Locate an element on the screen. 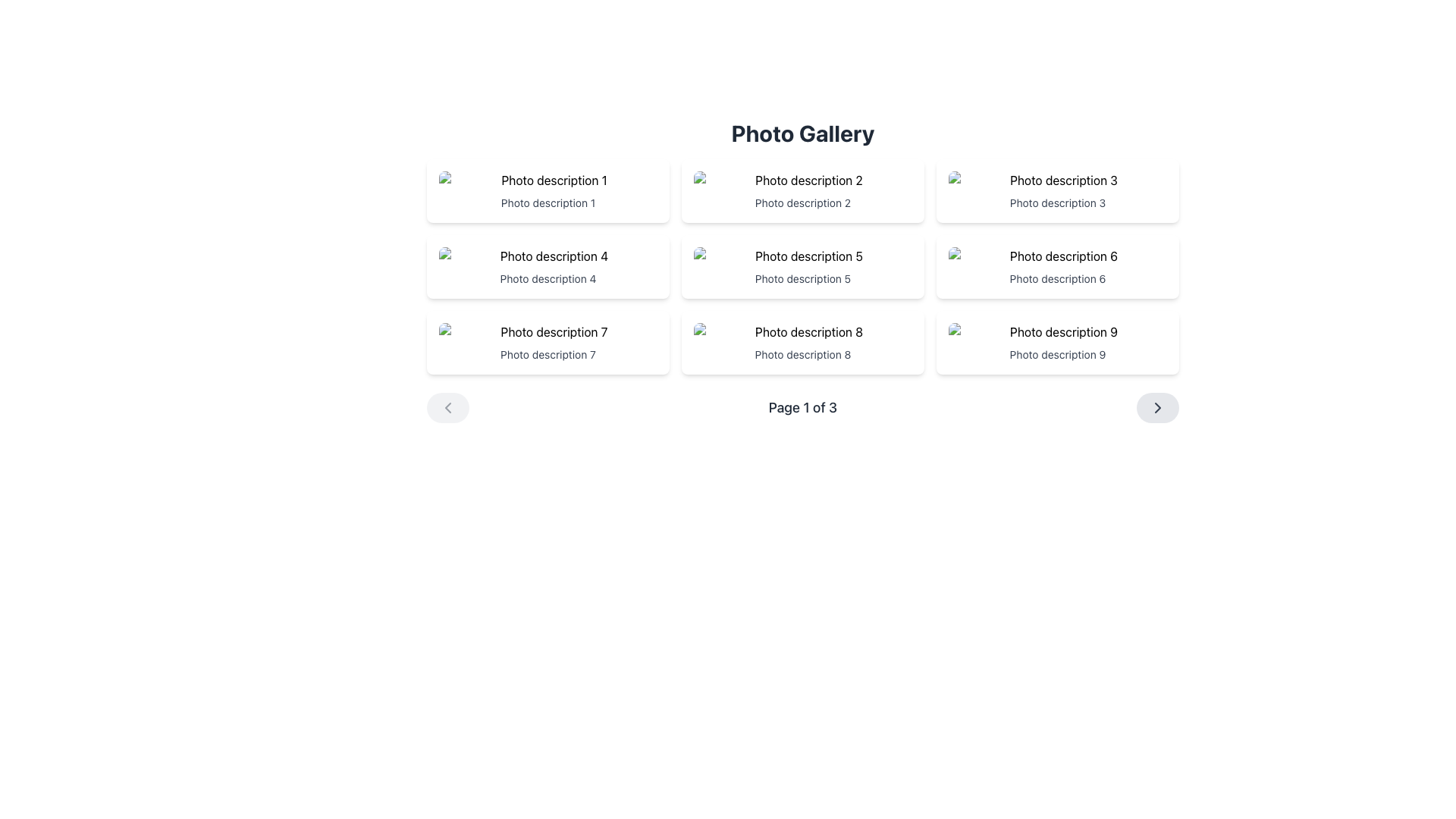 This screenshot has height=819, width=1456. the photo entry card located in the top-left corner of the grid layout is located at coordinates (548, 190).